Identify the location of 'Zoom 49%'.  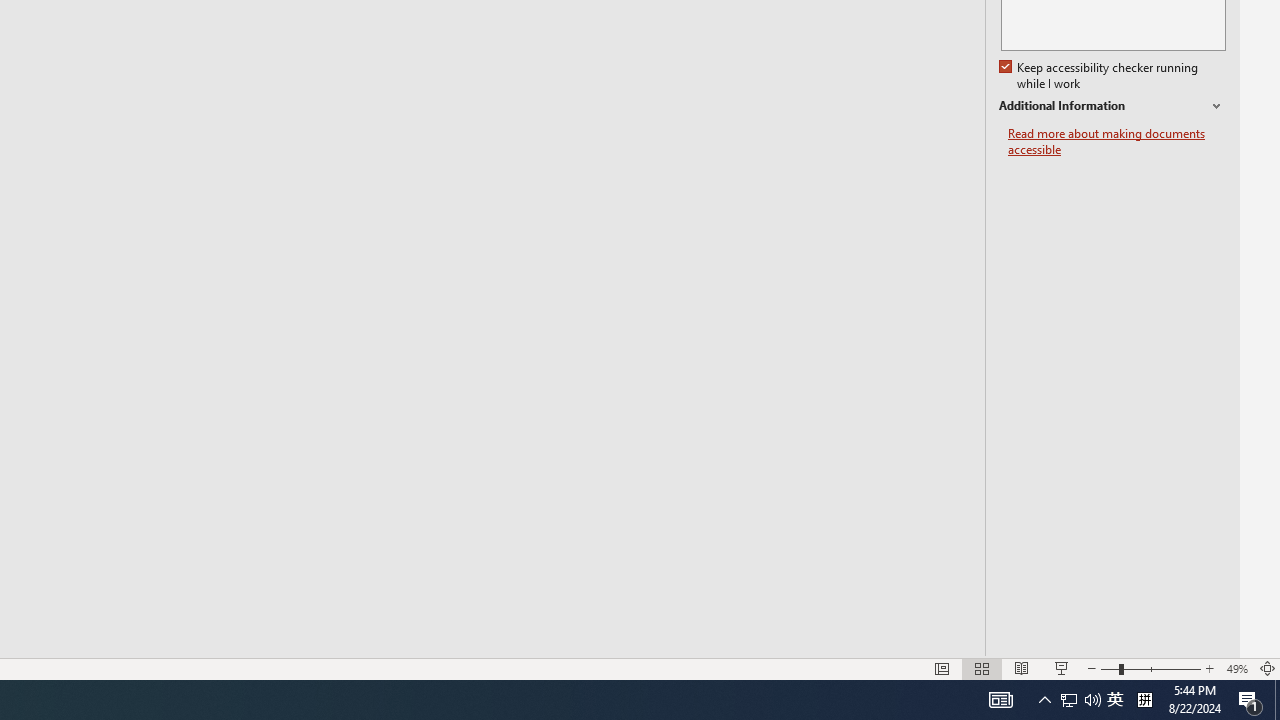
(1236, 669).